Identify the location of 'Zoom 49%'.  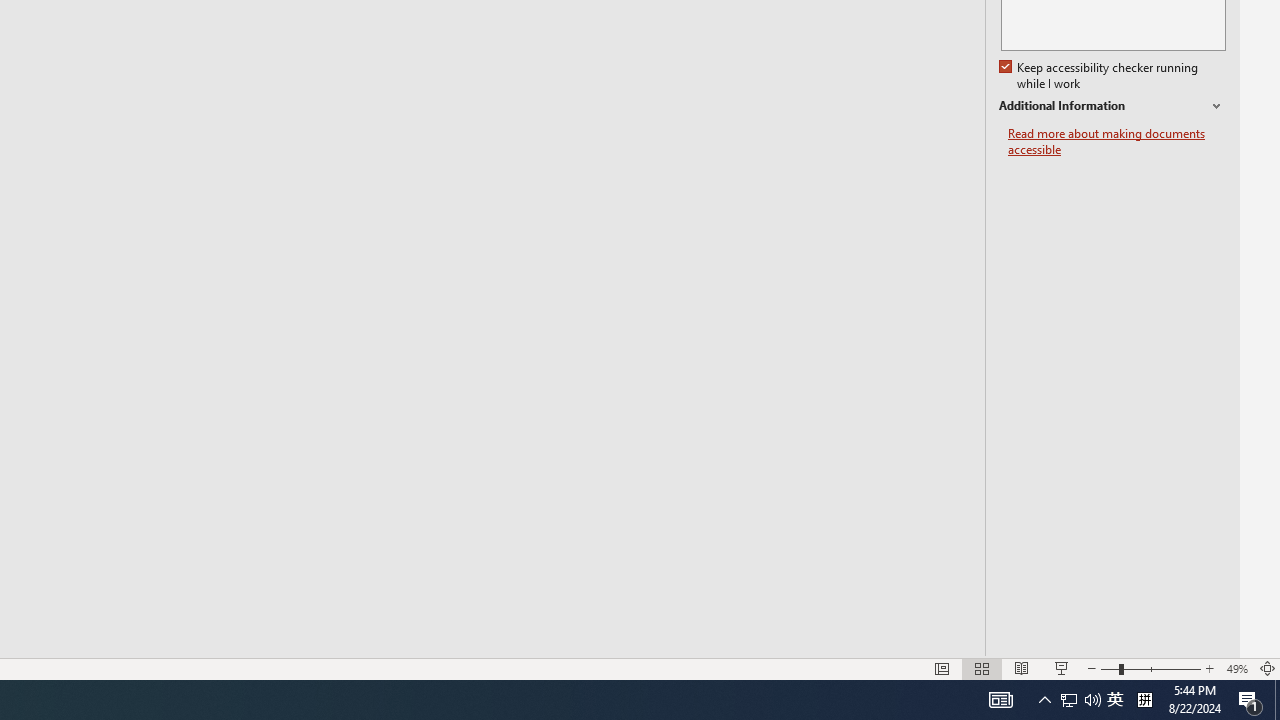
(1236, 669).